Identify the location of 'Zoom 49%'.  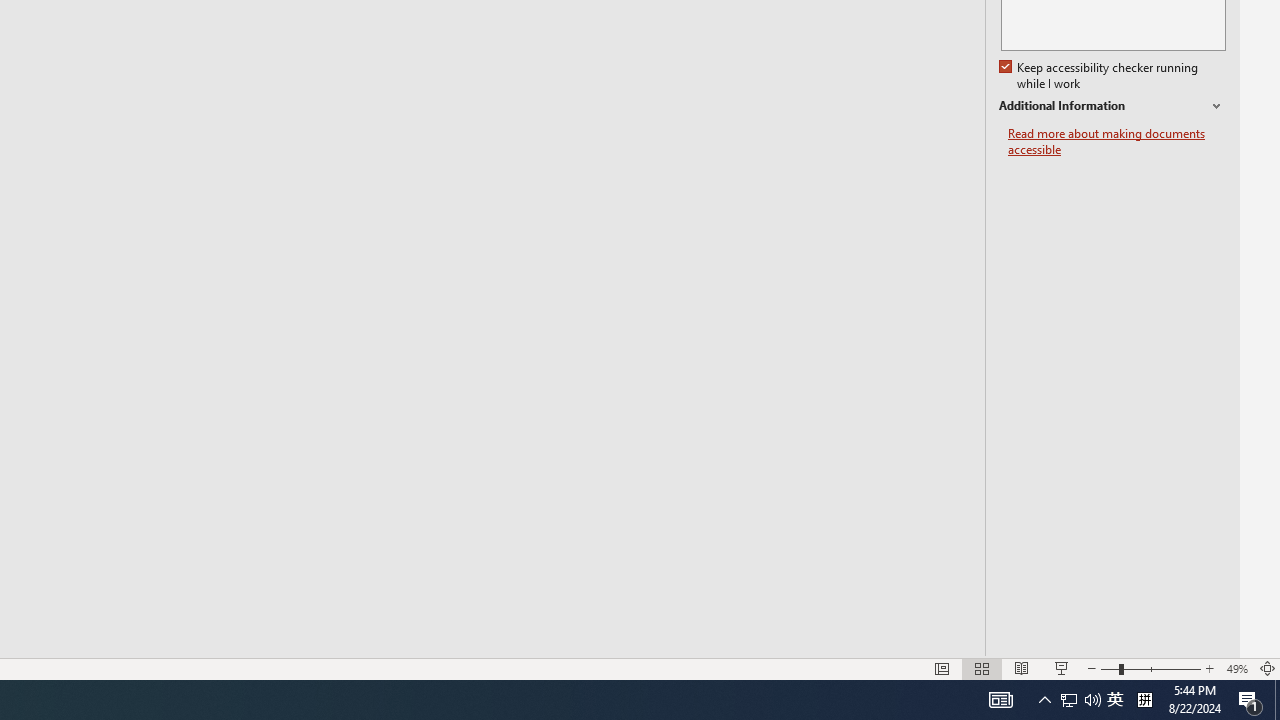
(1236, 669).